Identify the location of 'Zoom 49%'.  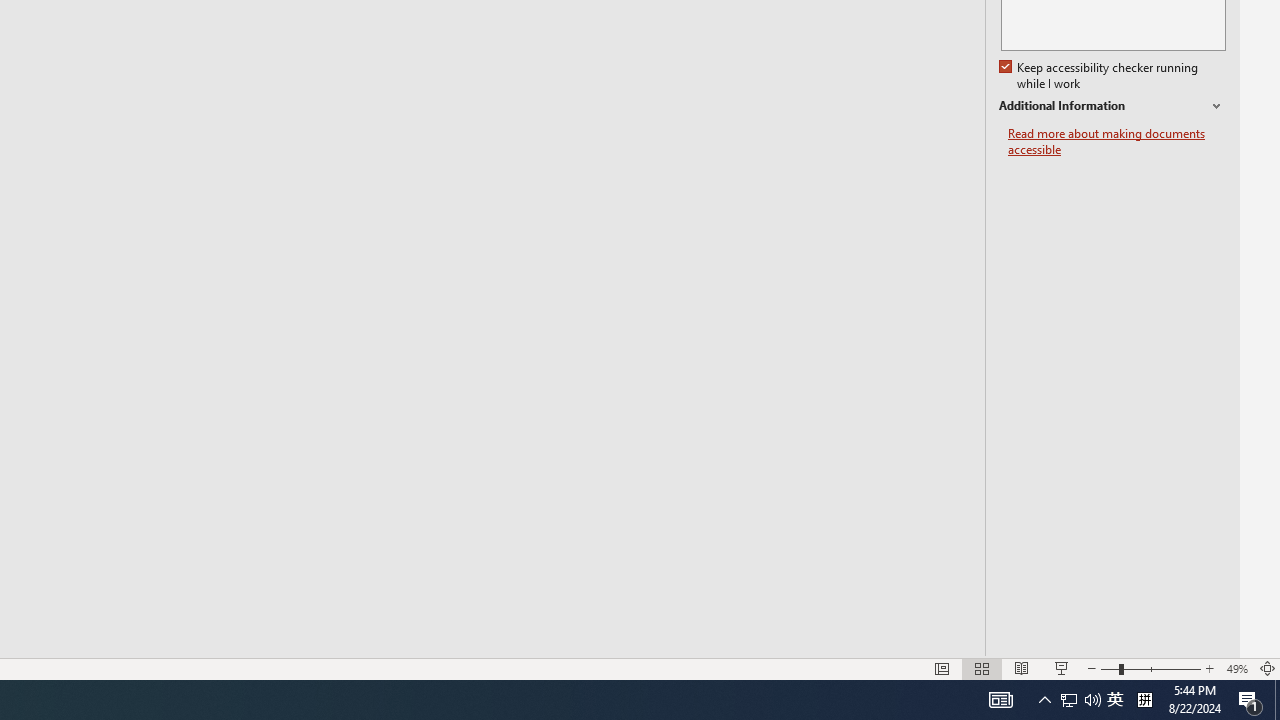
(1236, 669).